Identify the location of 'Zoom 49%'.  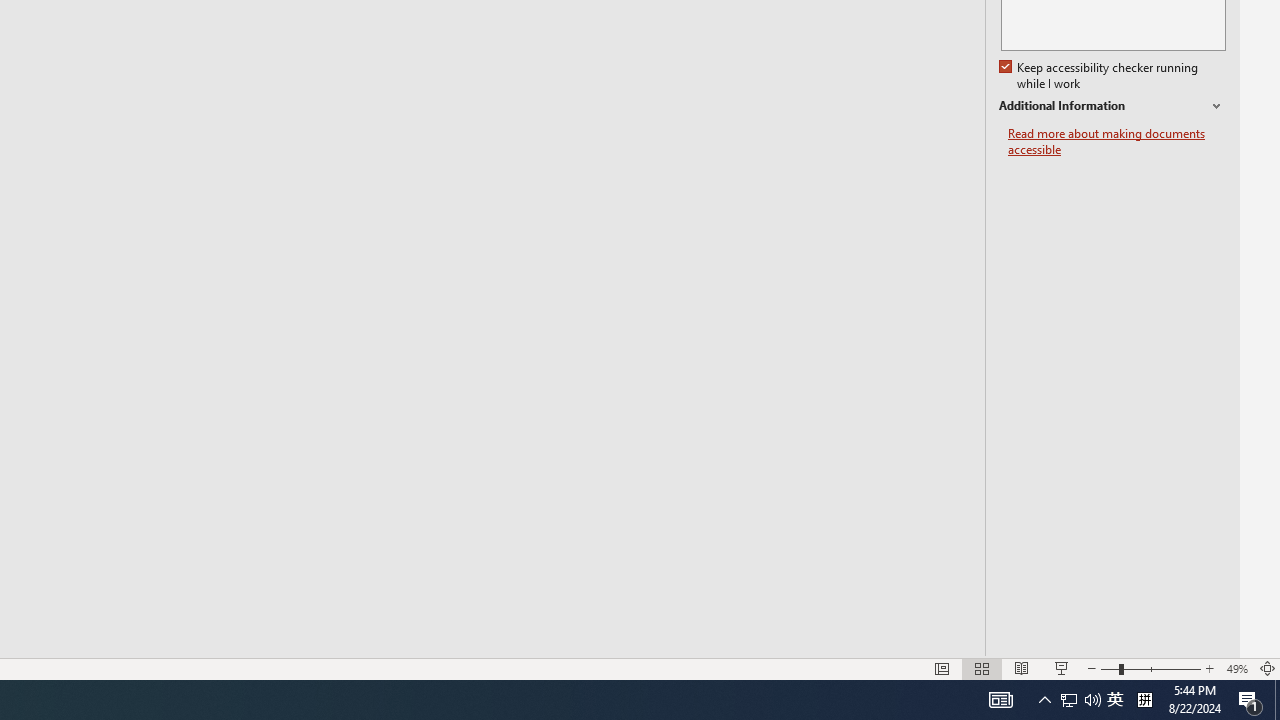
(1236, 669).